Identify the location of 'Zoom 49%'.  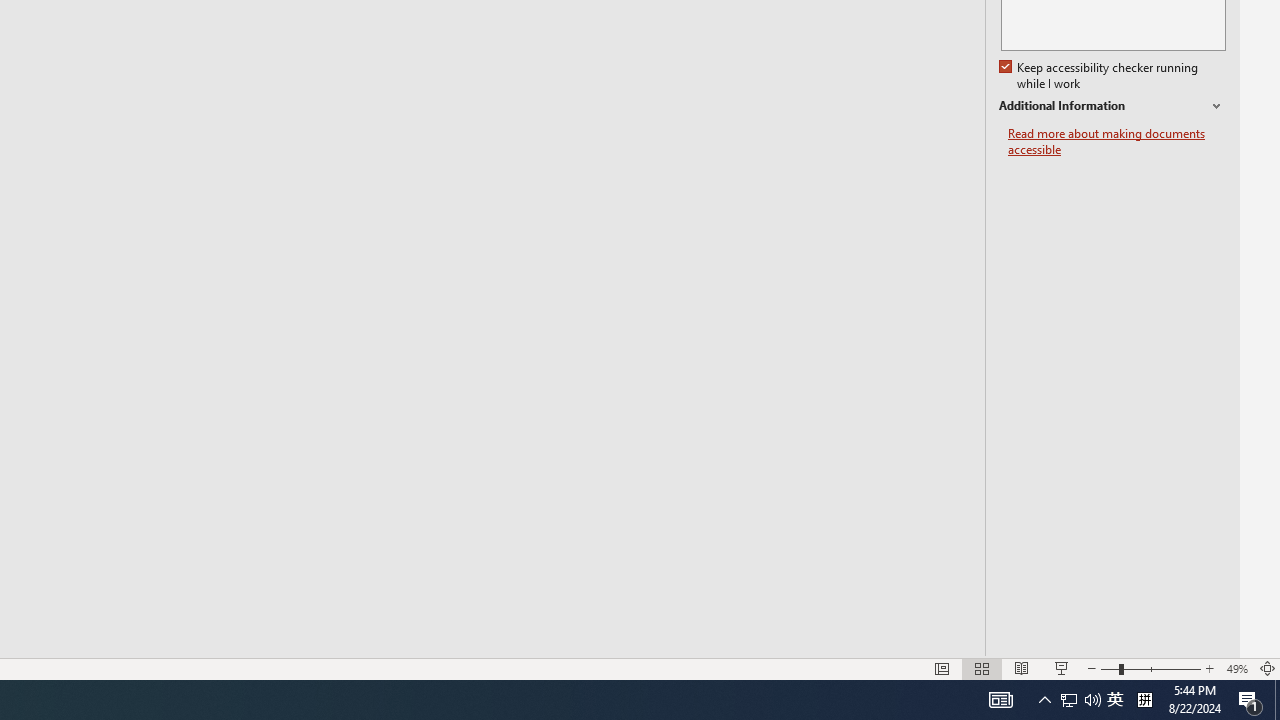
(1236, 669).